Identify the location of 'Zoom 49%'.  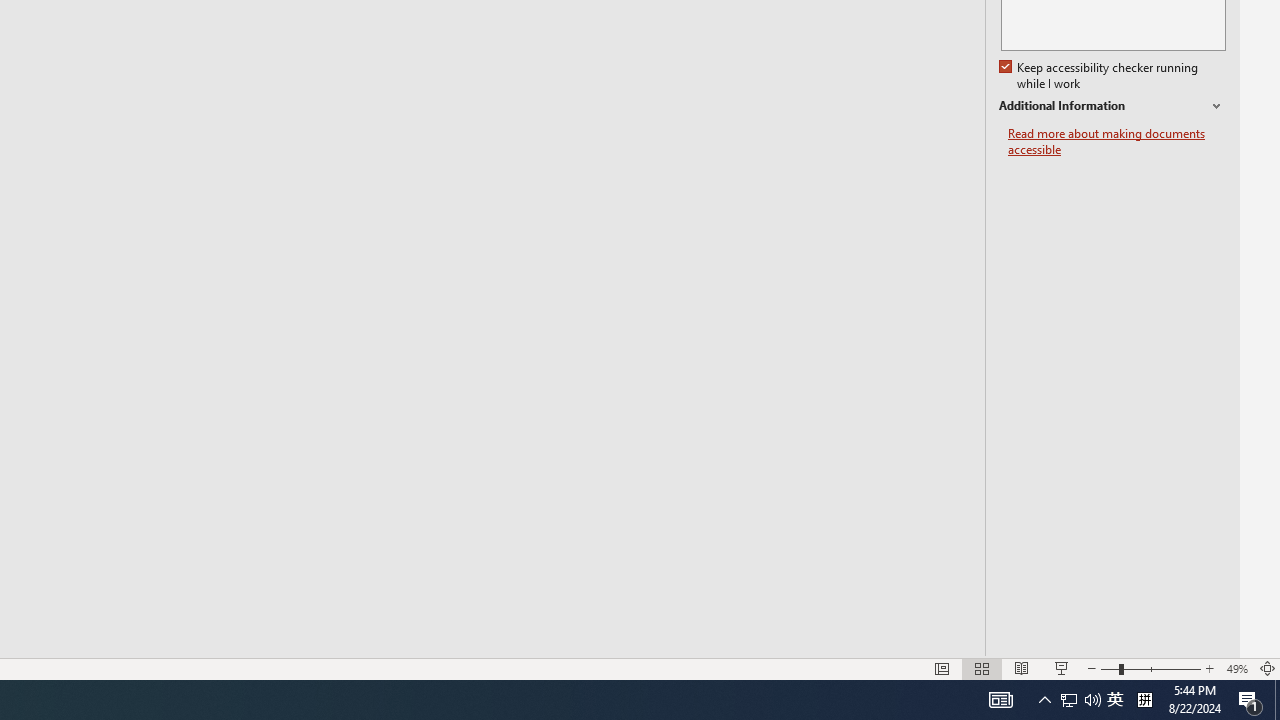
(1236, 669).